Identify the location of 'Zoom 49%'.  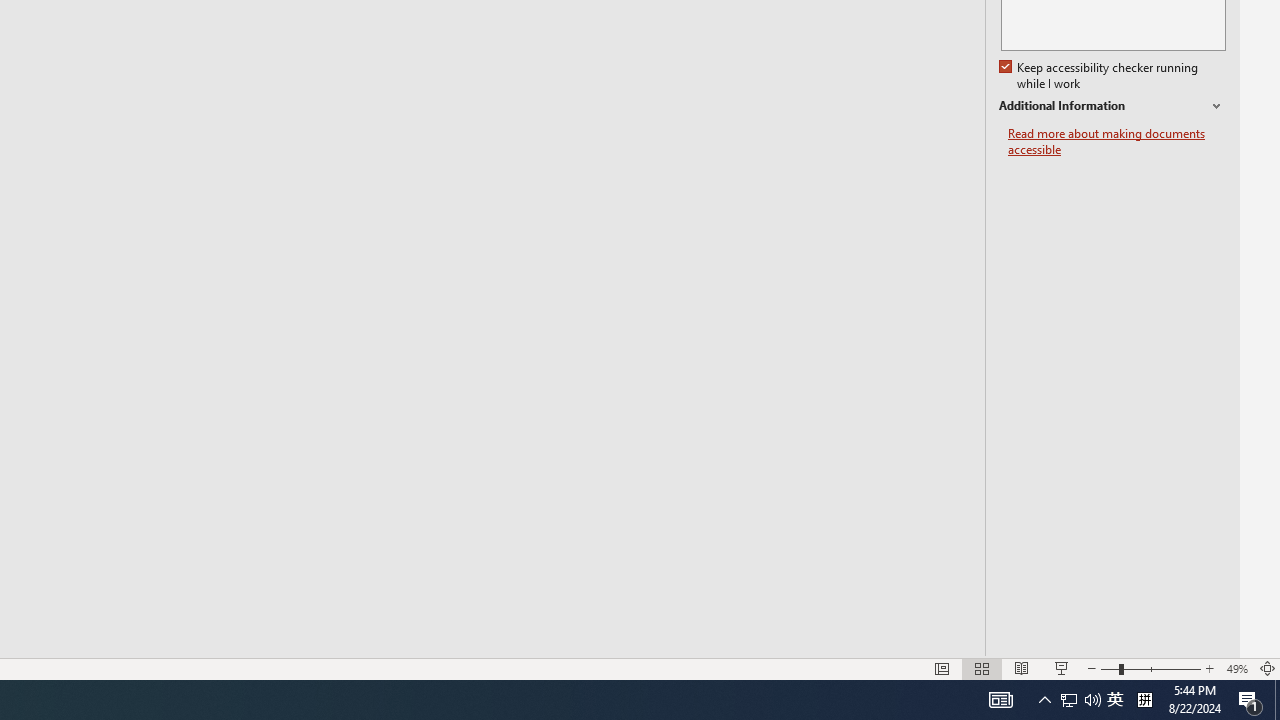
(1236, 669).